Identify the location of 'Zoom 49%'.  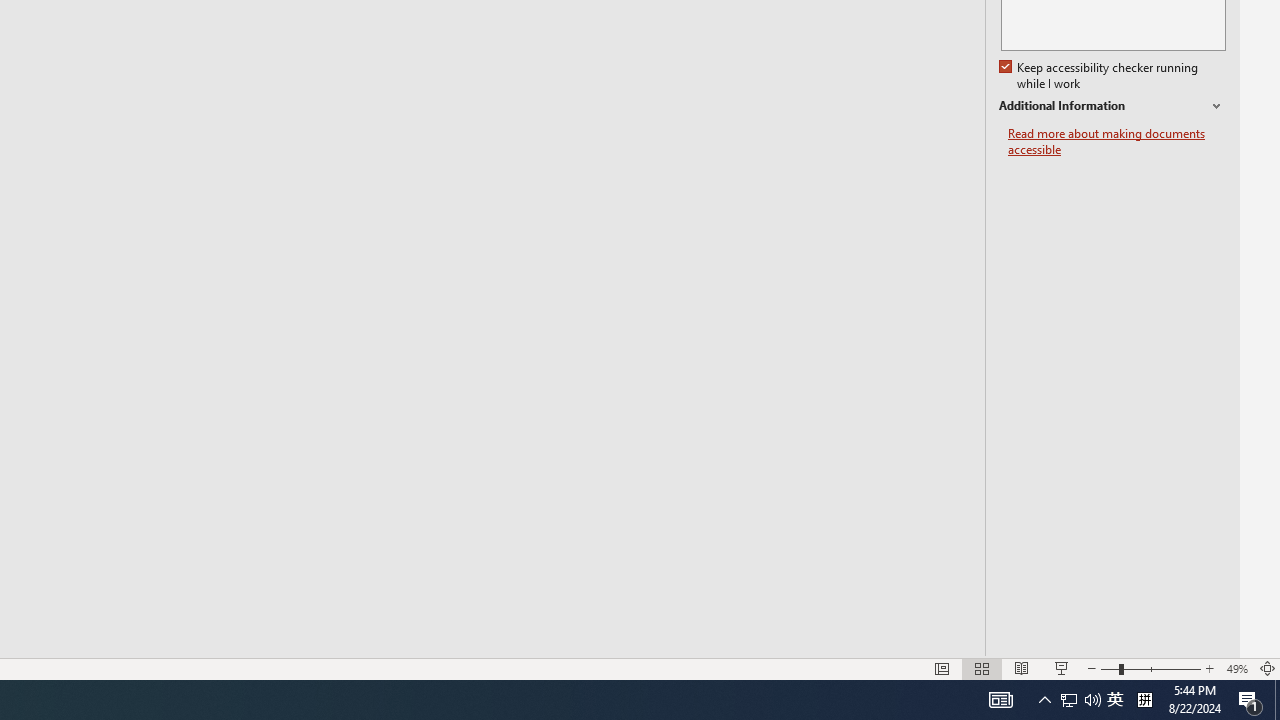
(1236, 669).